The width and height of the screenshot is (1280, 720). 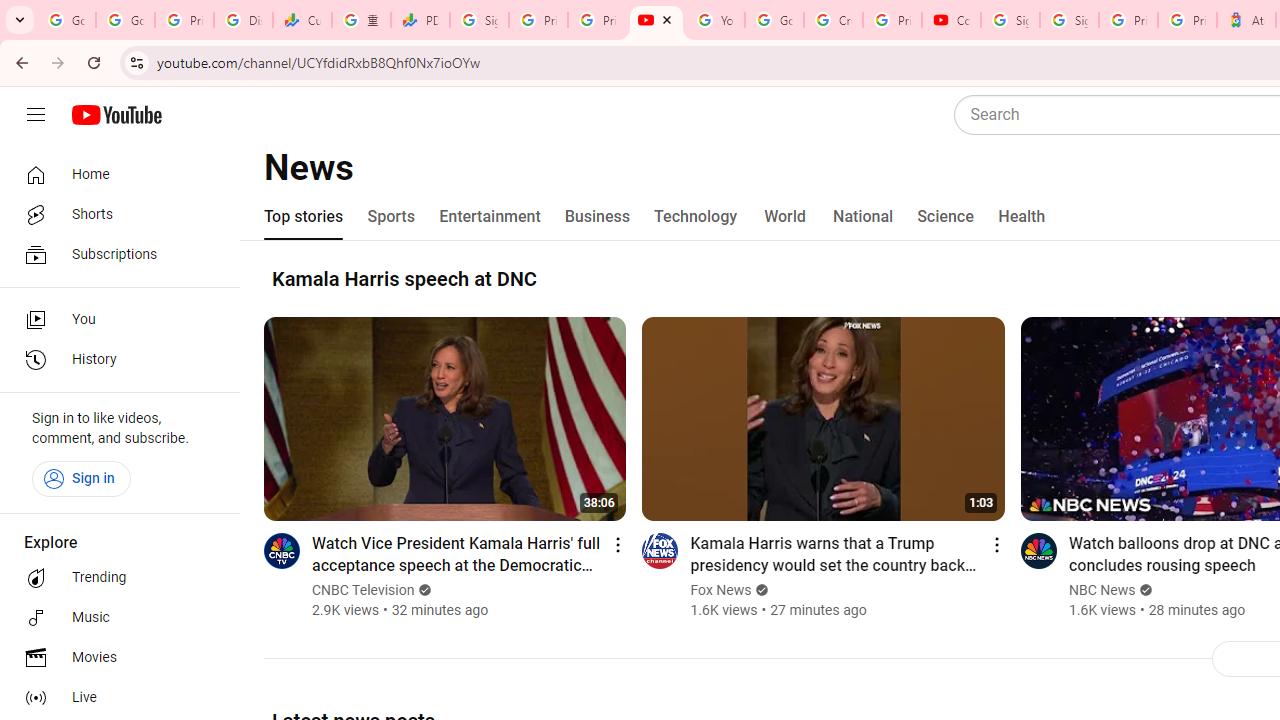 I want to click on 'Shorts', so click(x=112, y=214).